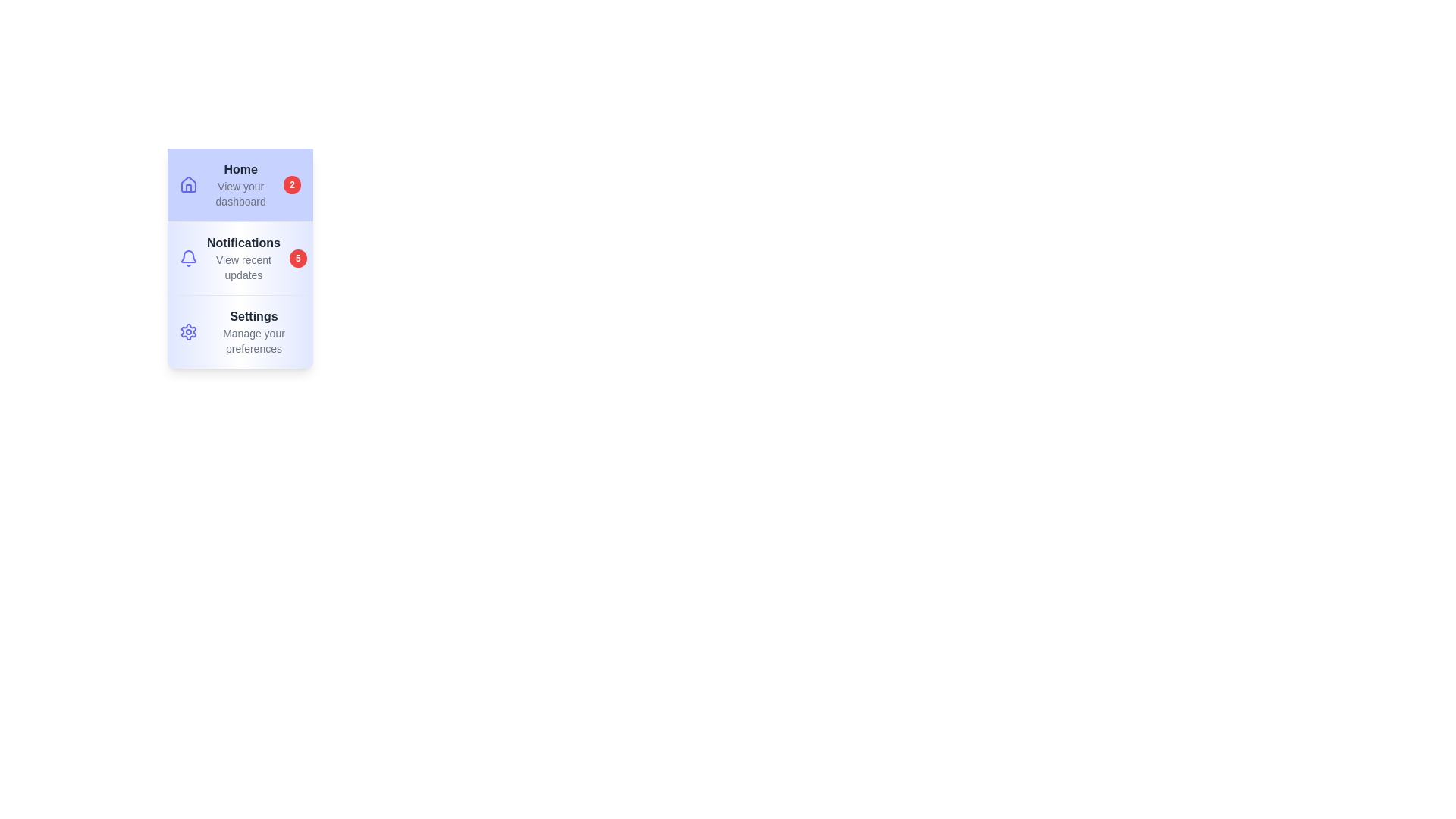 This screenshot has width=1456, height=819. What do you see at coordinates (292, 184) in the screenshot?
I see `the notification badge of the menu item labeled Home` at bounding box center [292, 184].